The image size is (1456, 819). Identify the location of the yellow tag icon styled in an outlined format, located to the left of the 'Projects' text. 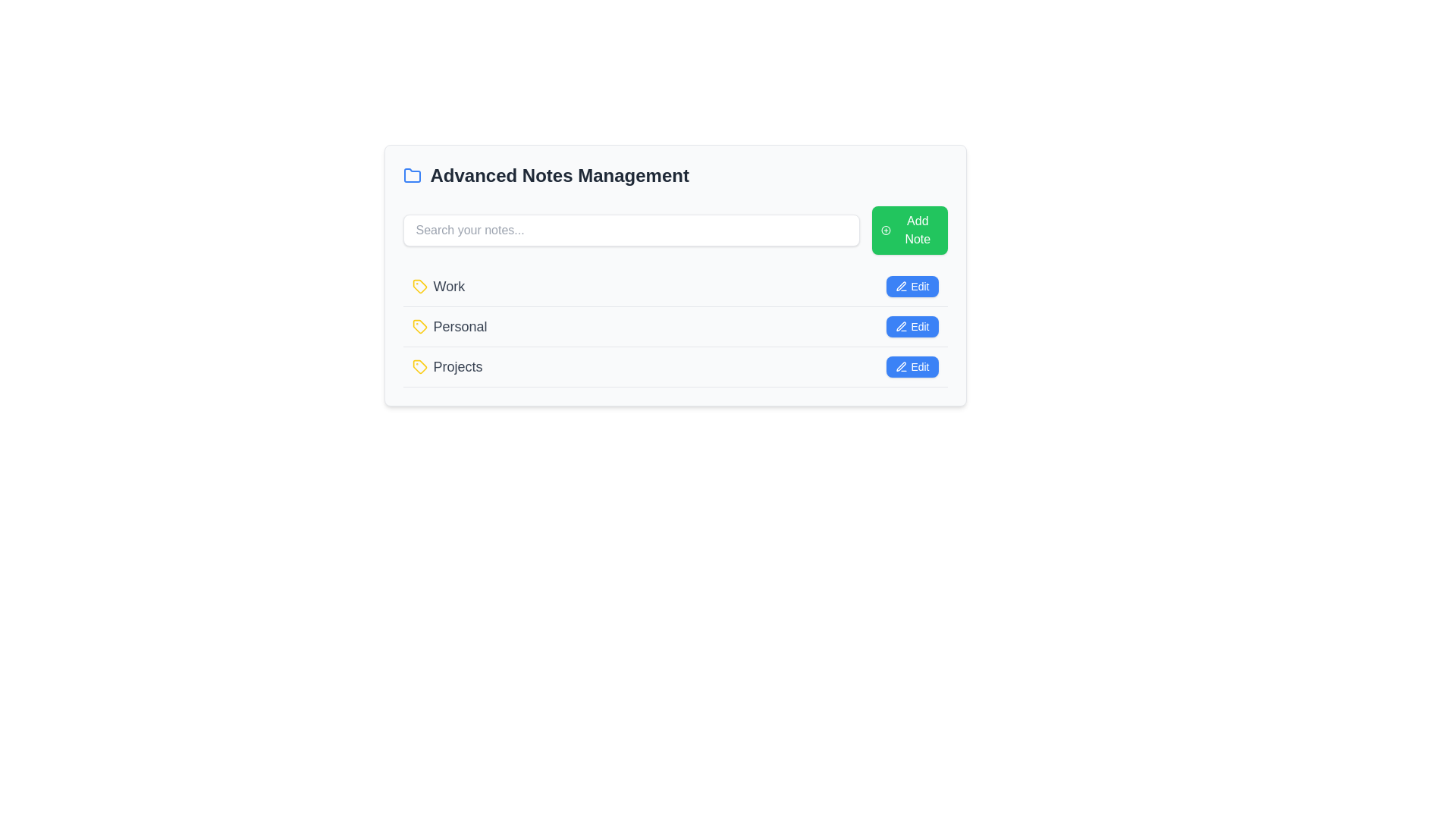
(419, 366).